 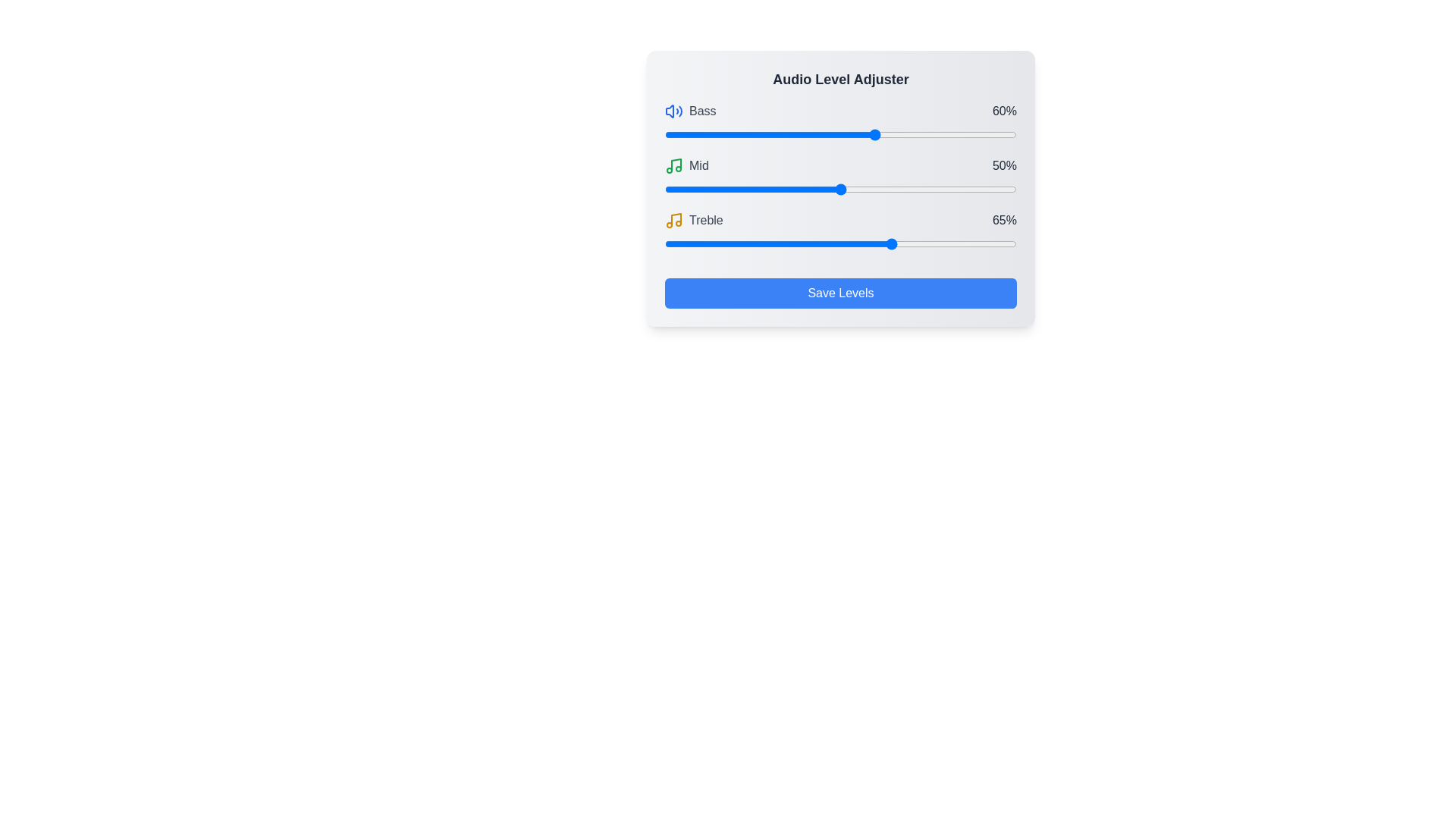 What do you see at coordinates (843, 243) in the screenshot?
I see `the slider` at bounding box center [843, 243].